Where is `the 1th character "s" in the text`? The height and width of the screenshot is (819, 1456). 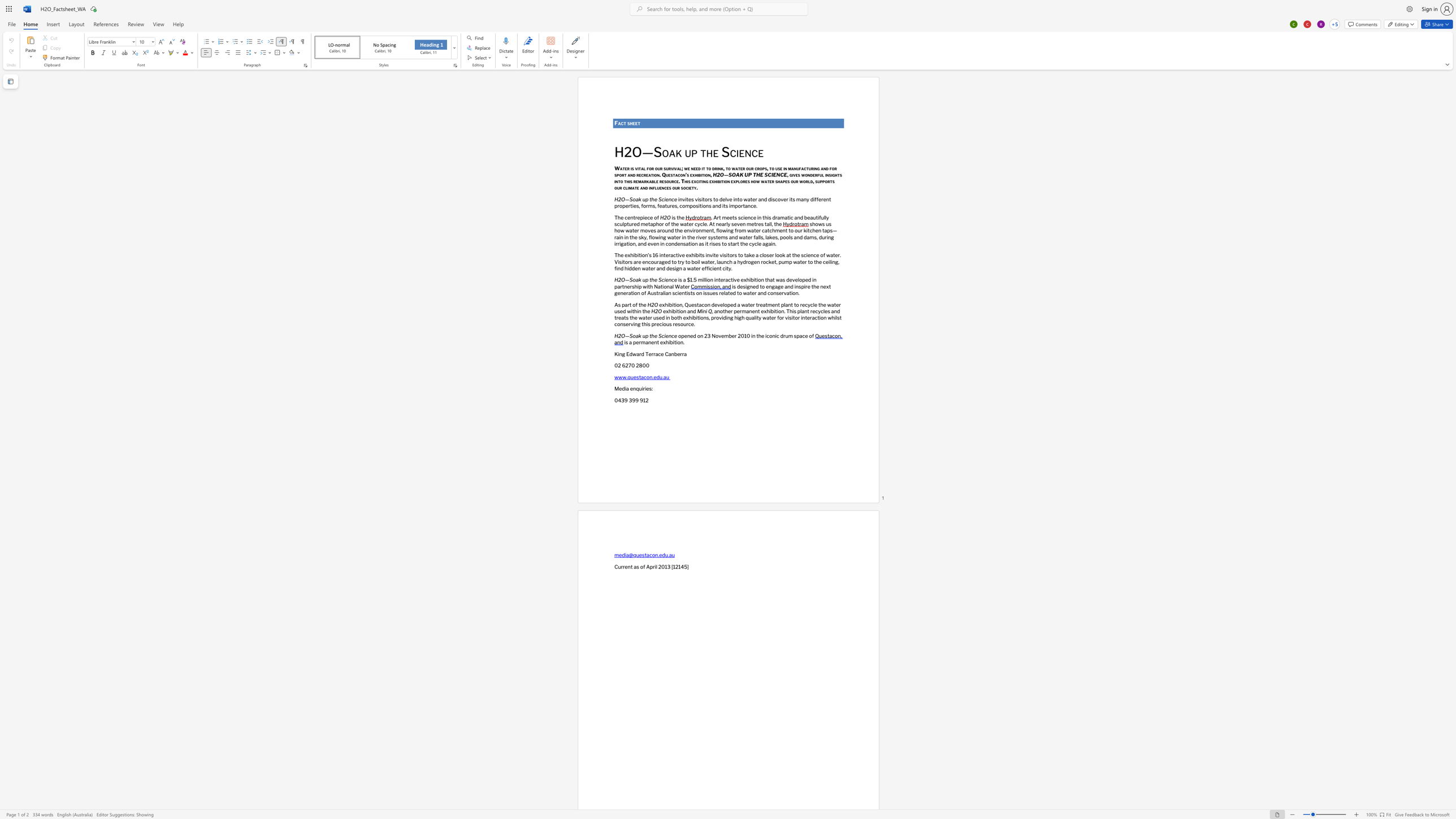
the 1th character "s" in the text is located at coordinates (695, 304).